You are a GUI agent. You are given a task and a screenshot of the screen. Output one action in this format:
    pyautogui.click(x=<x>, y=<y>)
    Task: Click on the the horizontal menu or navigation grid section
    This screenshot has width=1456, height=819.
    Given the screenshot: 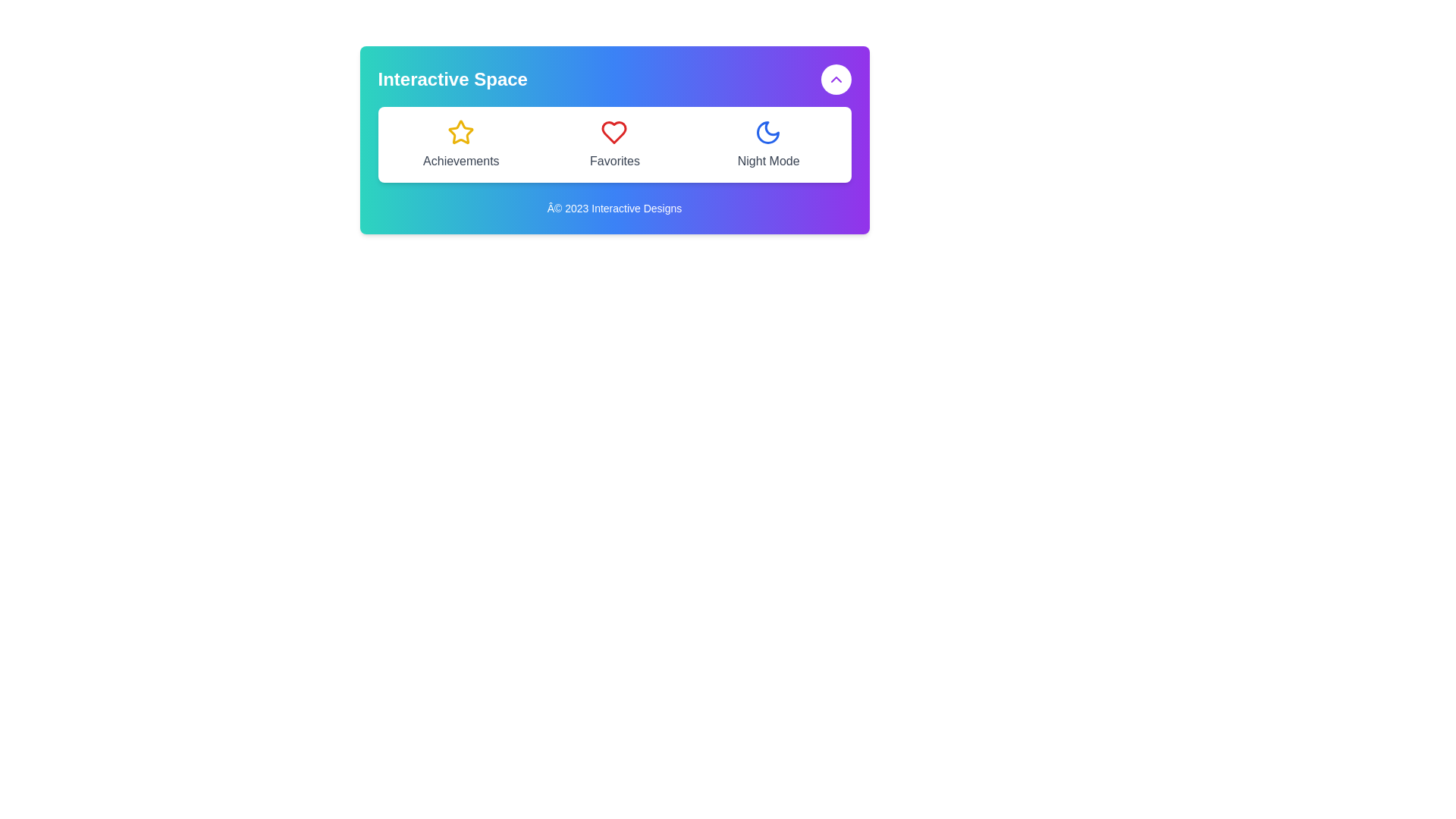 What is the action you would take?
    pyautogui.click(x=614, y=145)
    